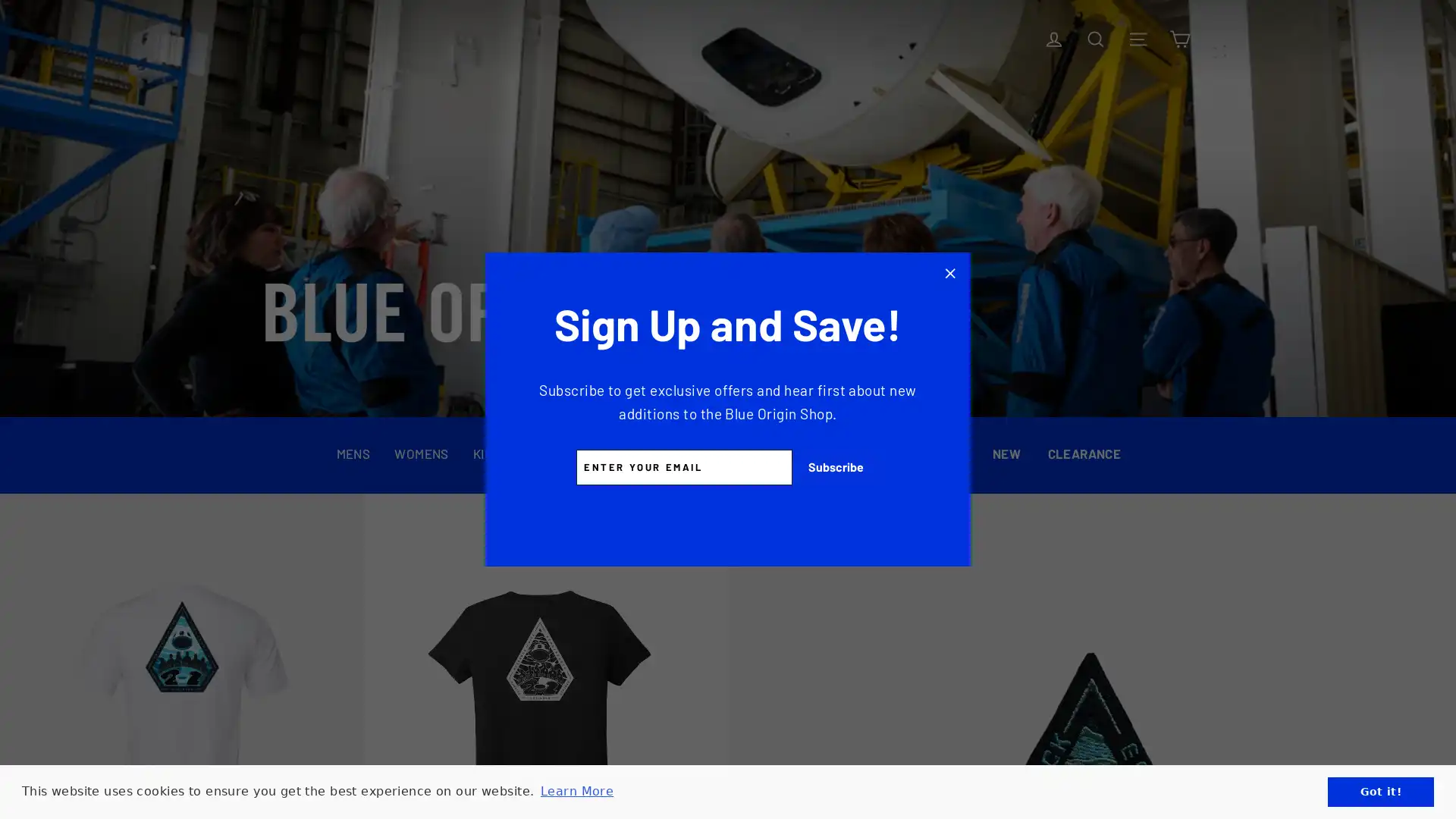  I want to click on Click to Close, so click(949, 271).